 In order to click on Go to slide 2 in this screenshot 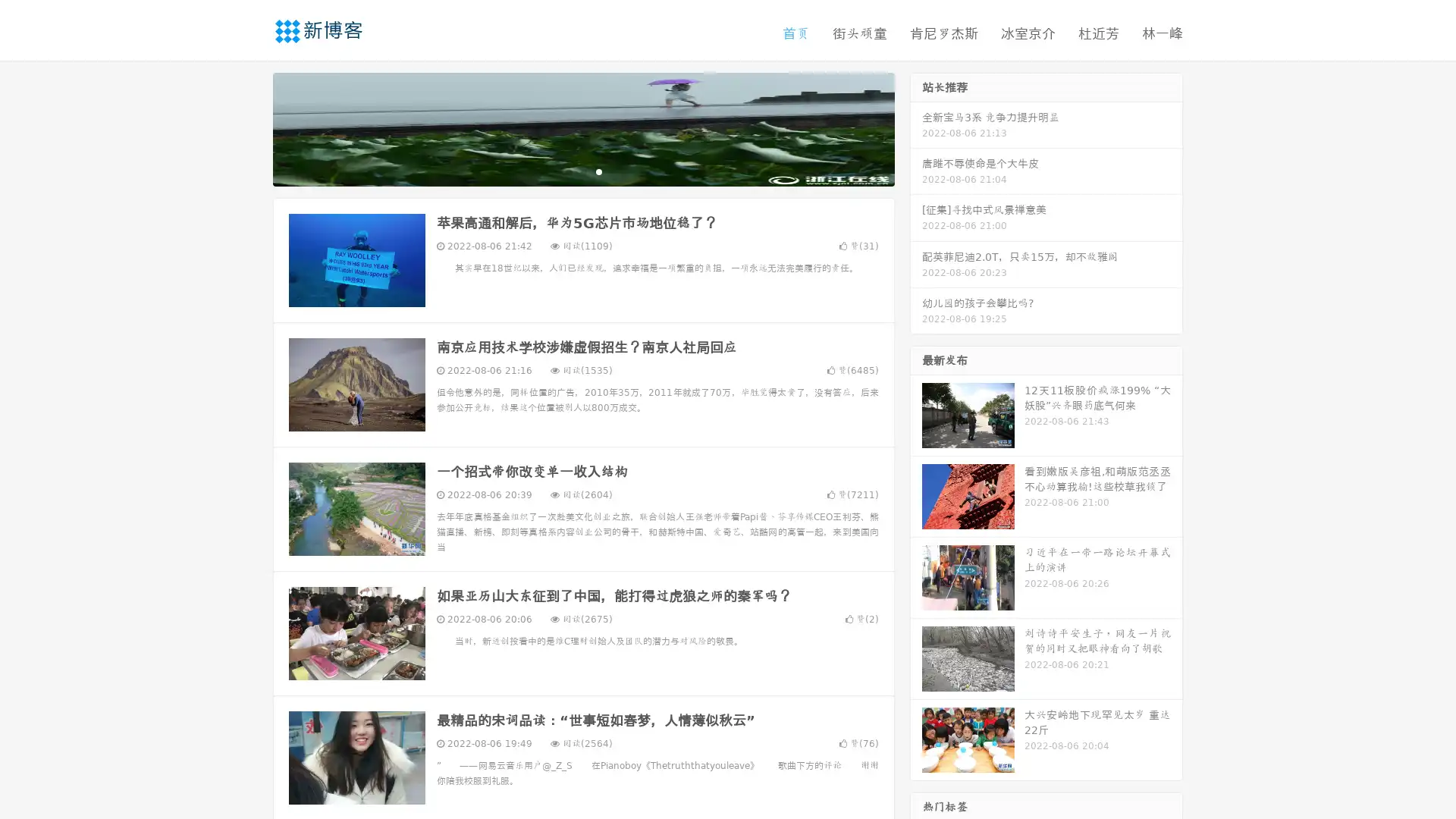, I will do `click(582, 171)`.